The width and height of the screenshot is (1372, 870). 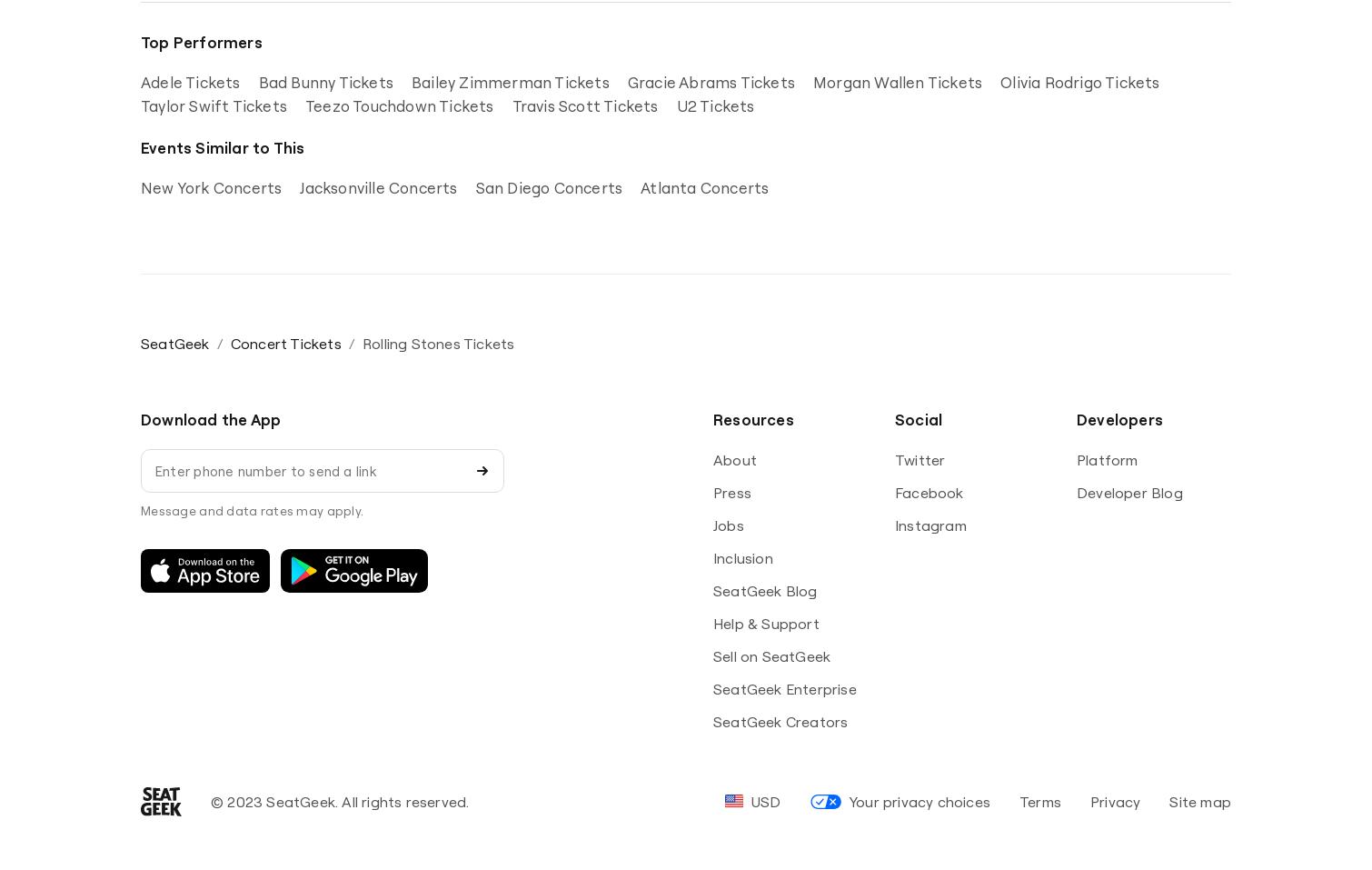 I want to click on 'Taylor Swift Tickets', so click(x=214, y=105).